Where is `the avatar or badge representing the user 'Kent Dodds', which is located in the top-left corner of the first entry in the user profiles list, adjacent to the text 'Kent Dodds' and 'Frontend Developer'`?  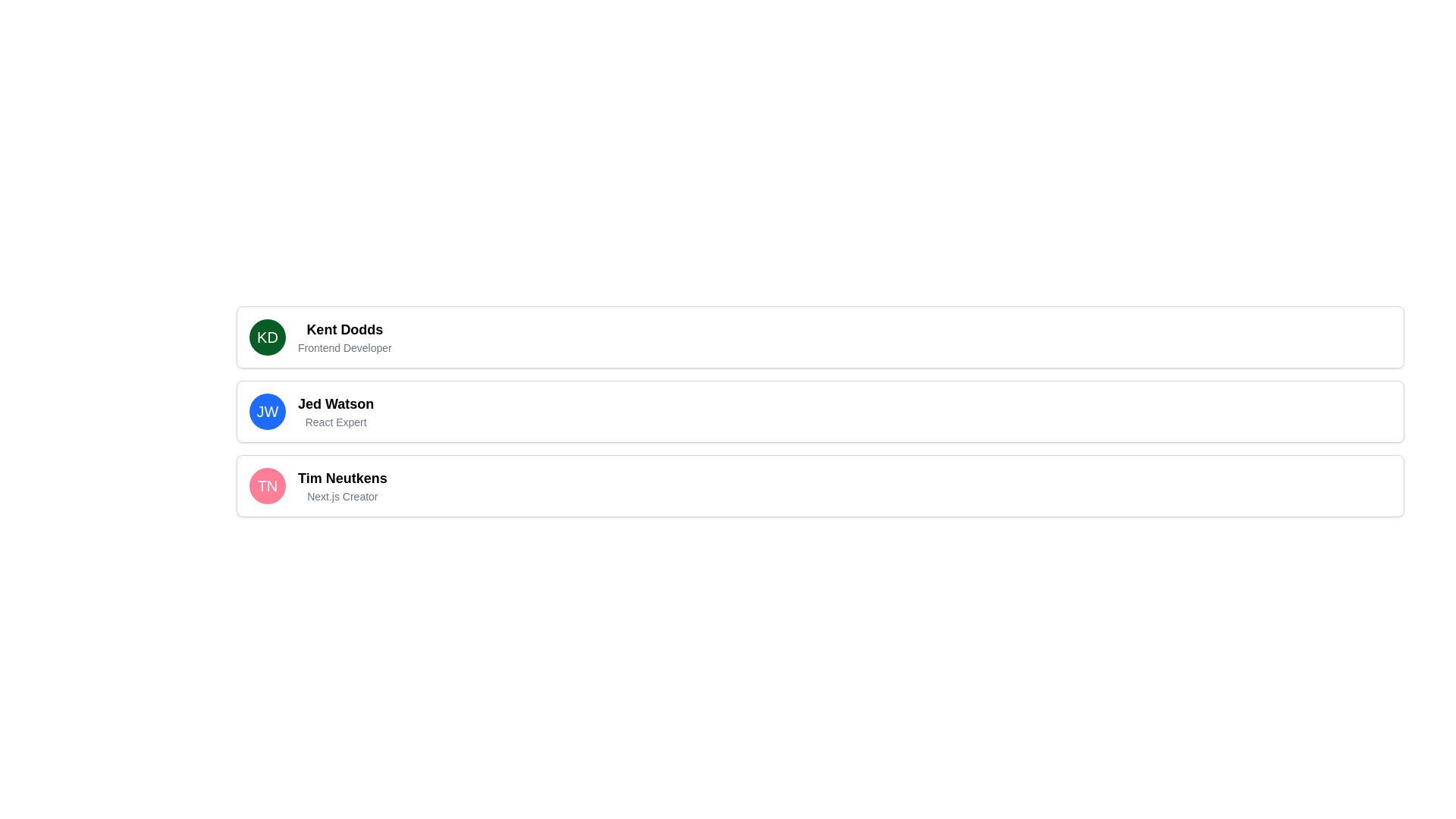 the avatar or badge representing the user 'Kent Dodds', which is located in the top-left corner of the first entry in the user profiles list, adjacent to the text 'Kent Dodds' and 'Frontend Developer' is located at coordinates (268, 336).